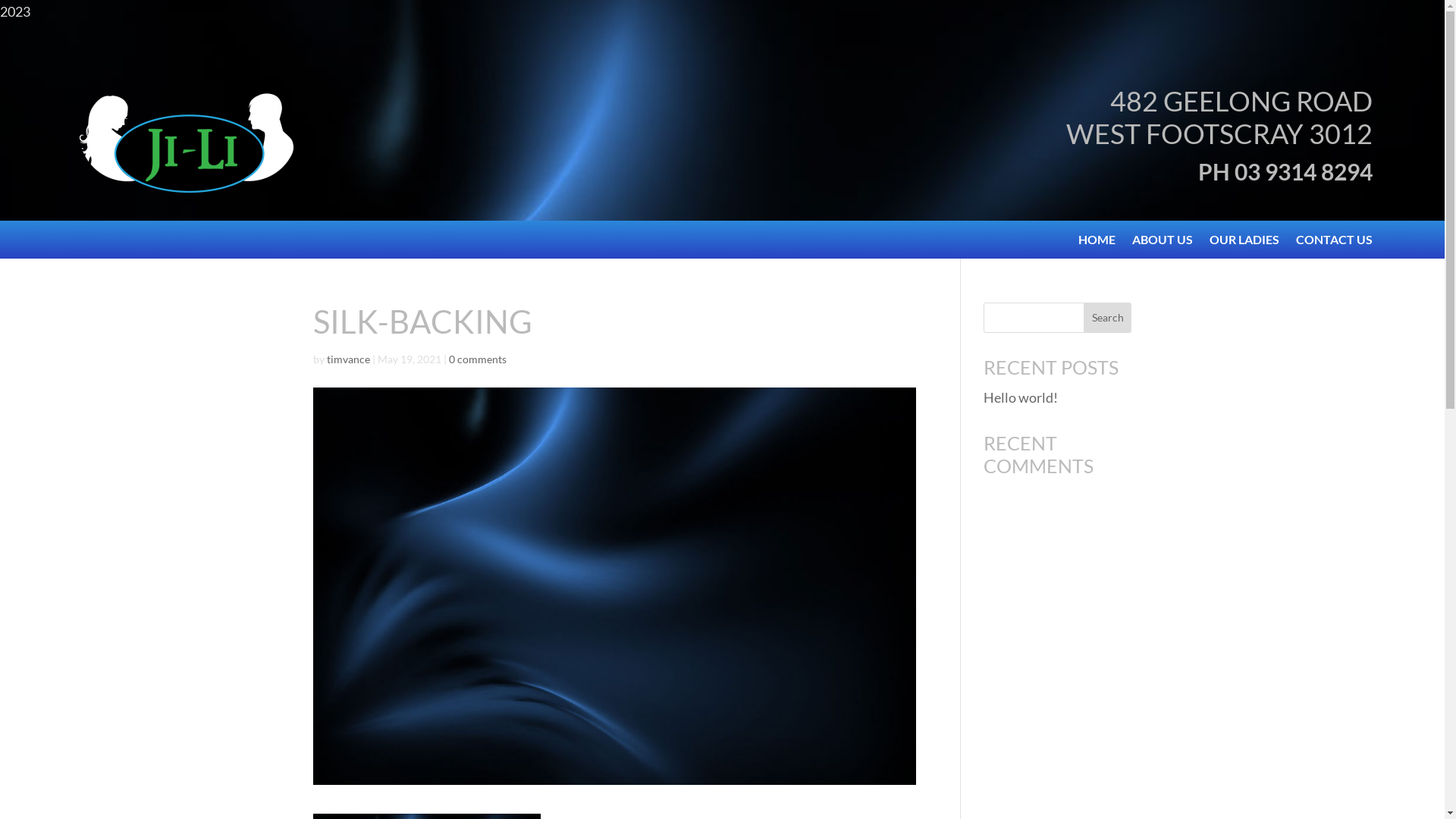  I want to click on 'ABOUT US', so click(1161, 242).